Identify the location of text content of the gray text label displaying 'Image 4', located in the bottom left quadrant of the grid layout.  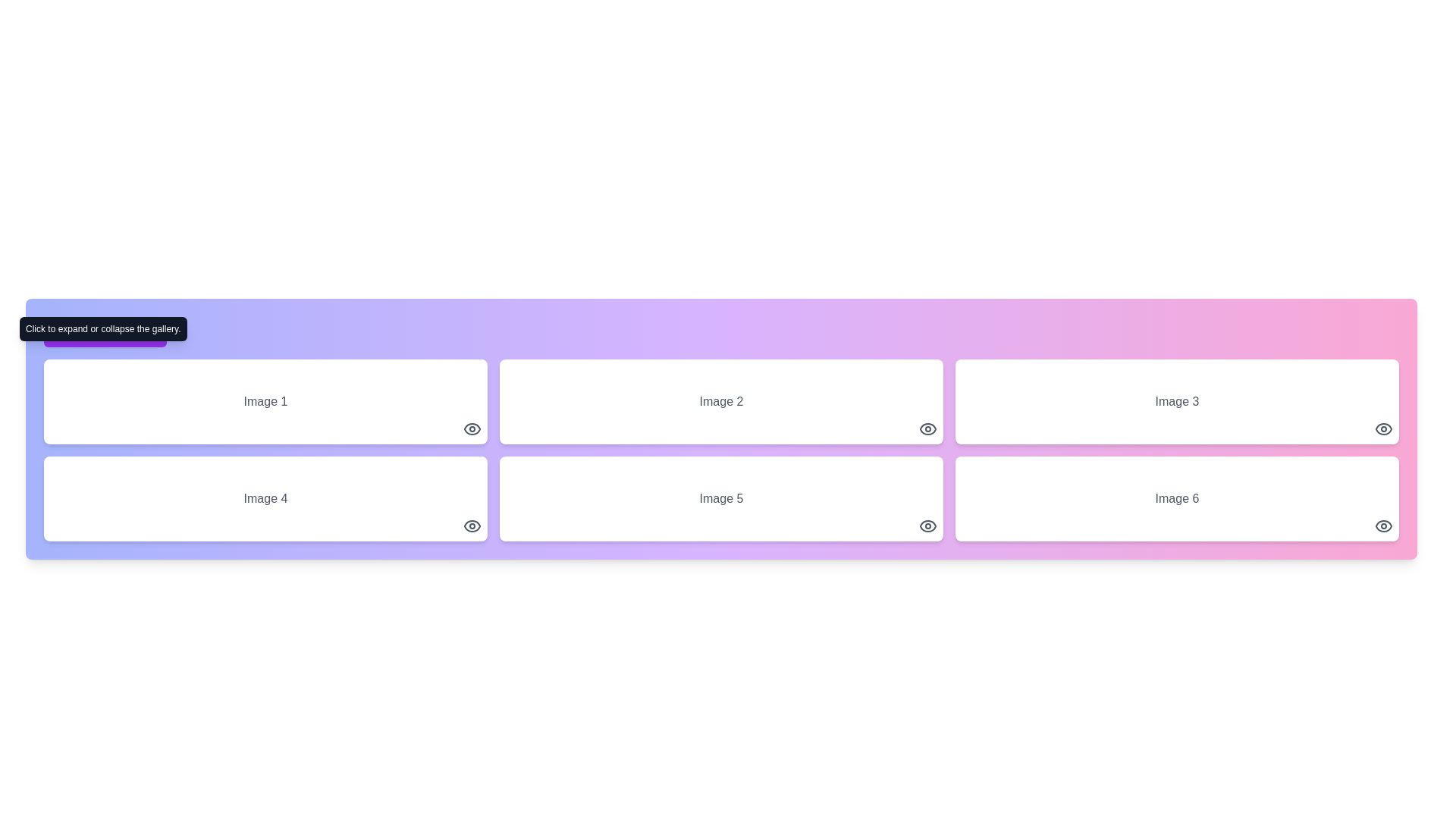
(265, 499).